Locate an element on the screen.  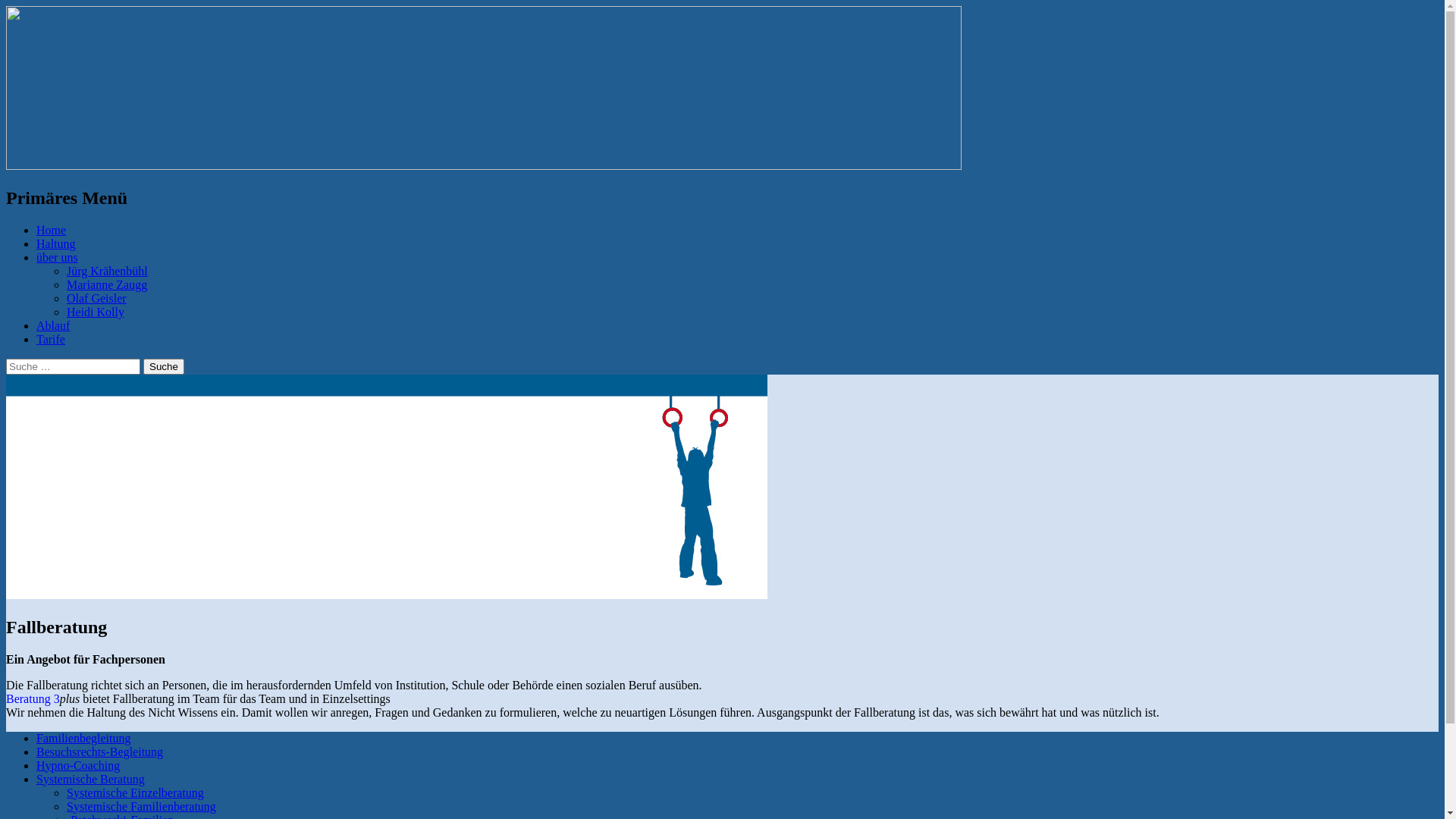
'Systemische Beratung' is located at coordinates (89, 779).